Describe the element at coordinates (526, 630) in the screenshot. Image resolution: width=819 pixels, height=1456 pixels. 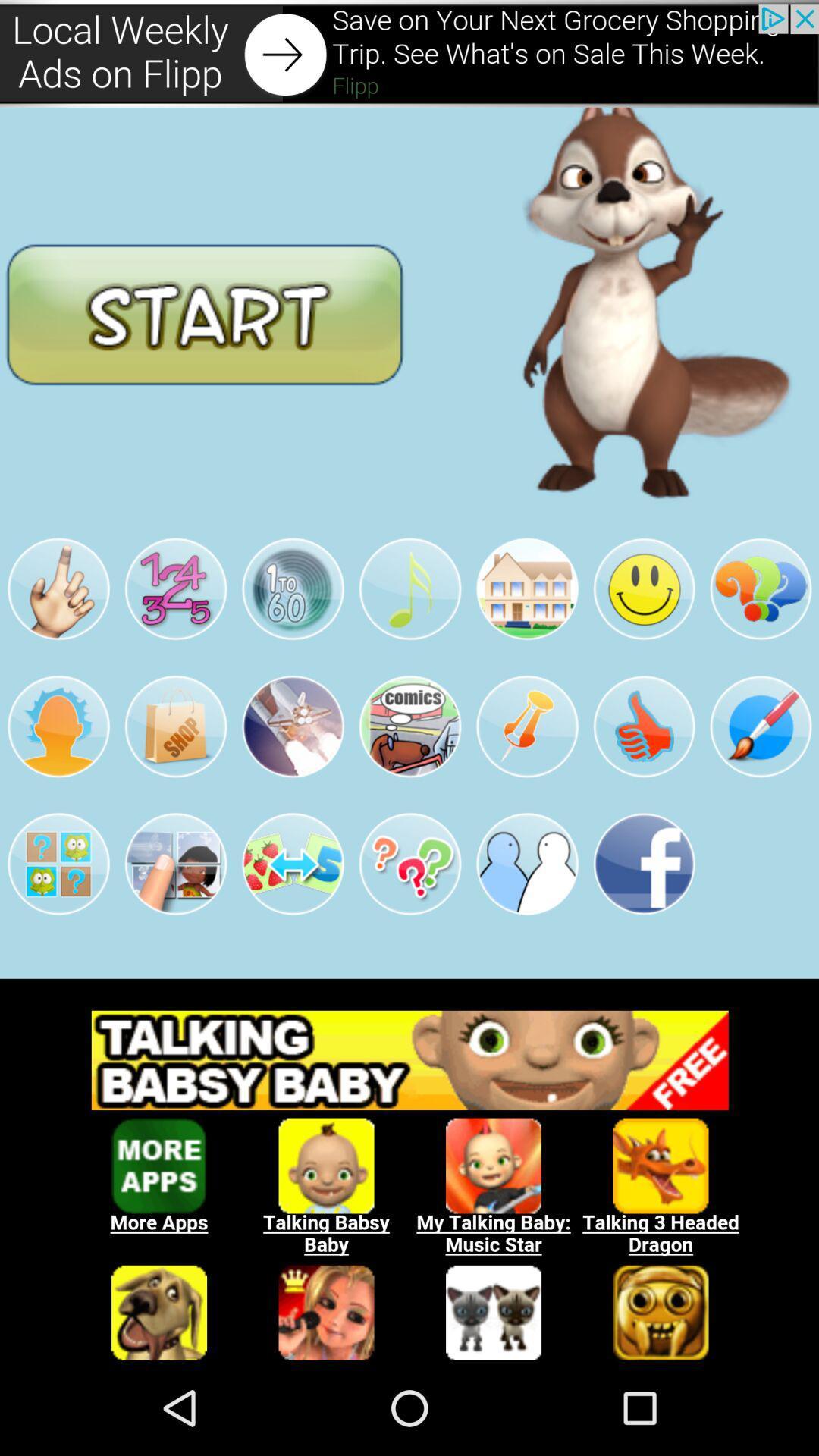
I see `the home icon` at that location.